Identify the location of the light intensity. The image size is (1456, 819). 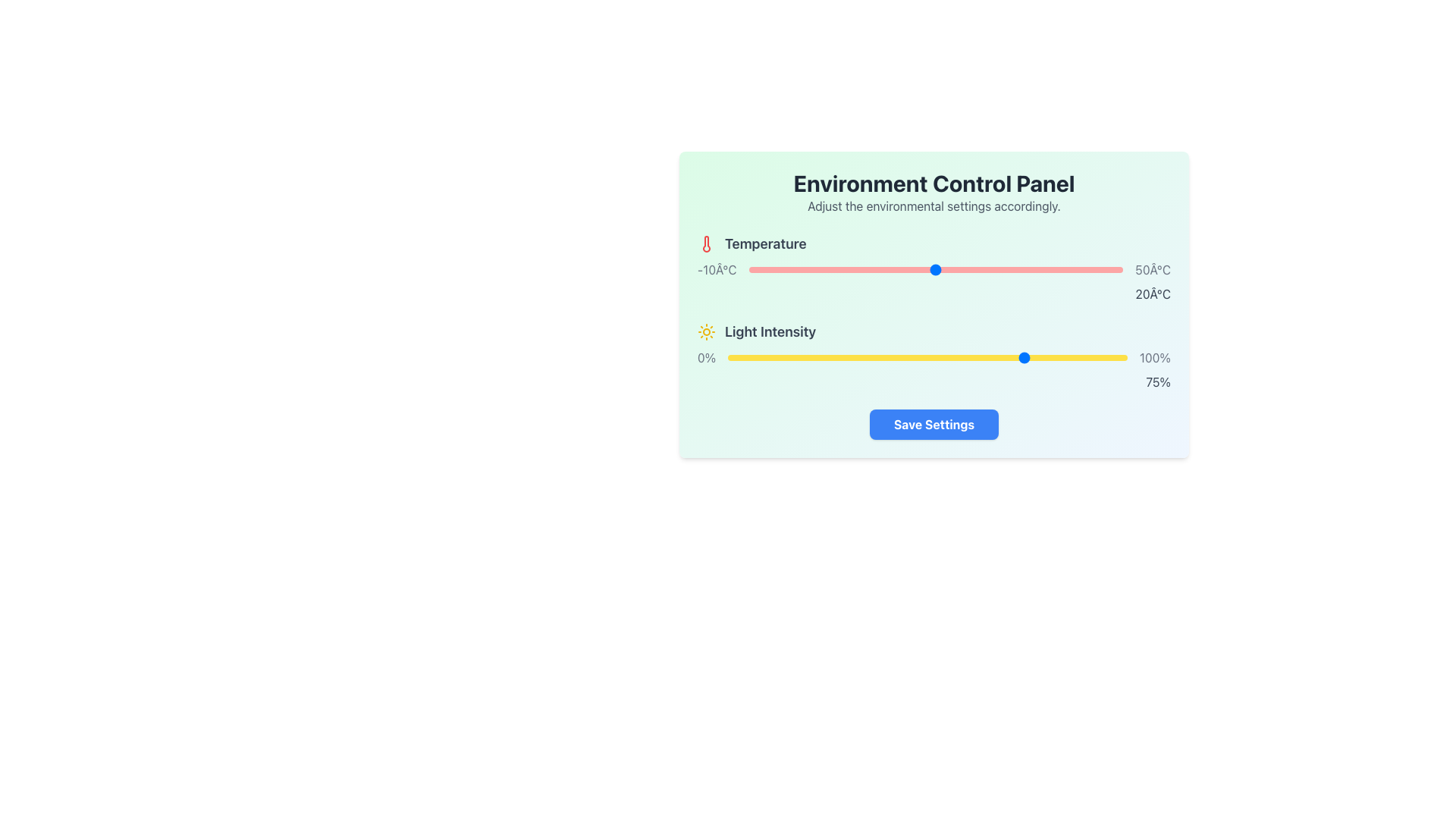
(1015, 357).